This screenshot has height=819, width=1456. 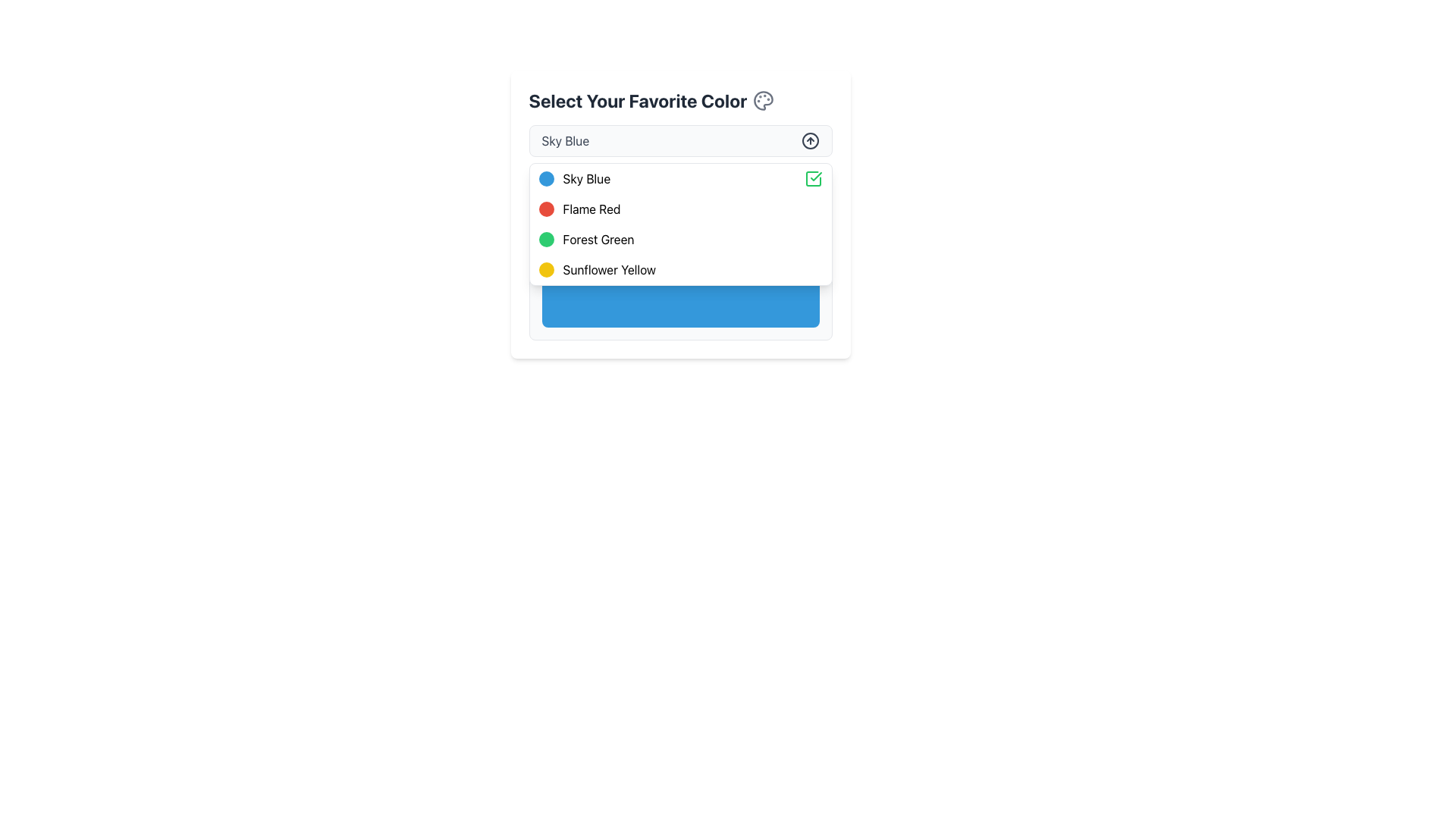 What do you see at coordinates (814, 175) in the screenshot?
I see `the green checkmark icon in the dropdown menu` at bounding box center [814, 175].